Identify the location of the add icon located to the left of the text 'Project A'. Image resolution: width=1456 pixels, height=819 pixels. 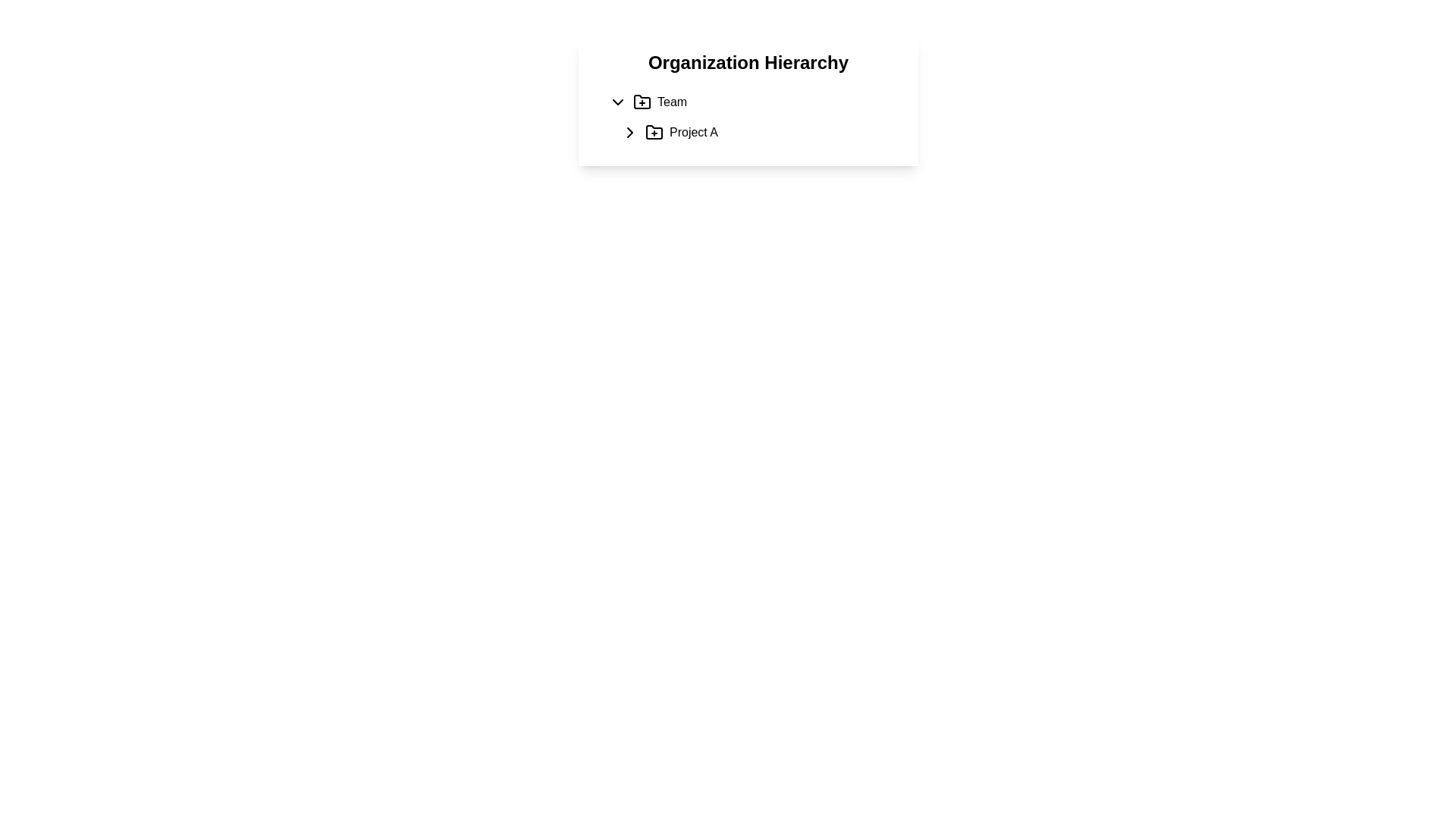
(654, 131).